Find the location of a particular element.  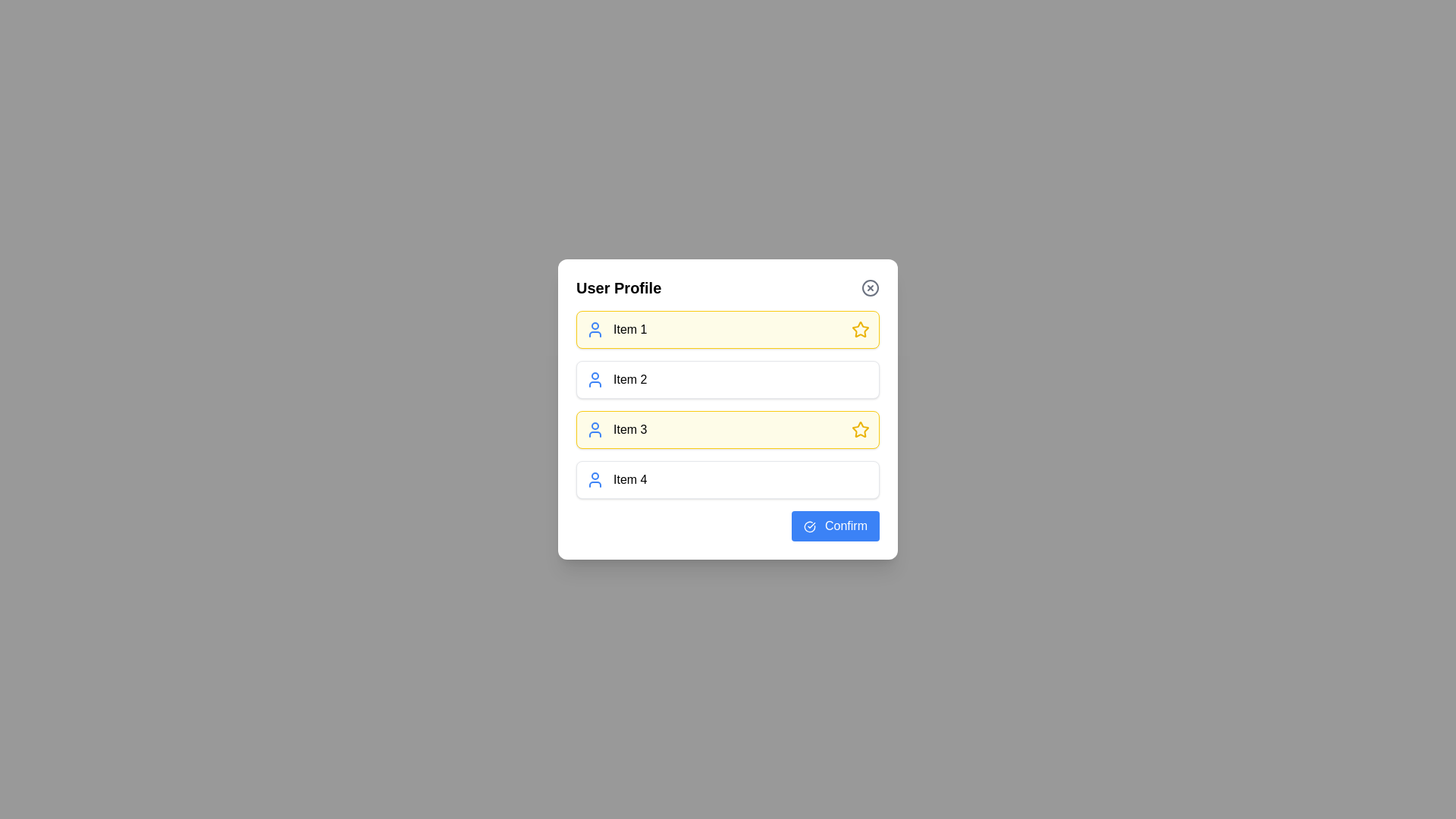

the second clickable card labeled 'Item 2' in the list is located at coordinates (728, 379).